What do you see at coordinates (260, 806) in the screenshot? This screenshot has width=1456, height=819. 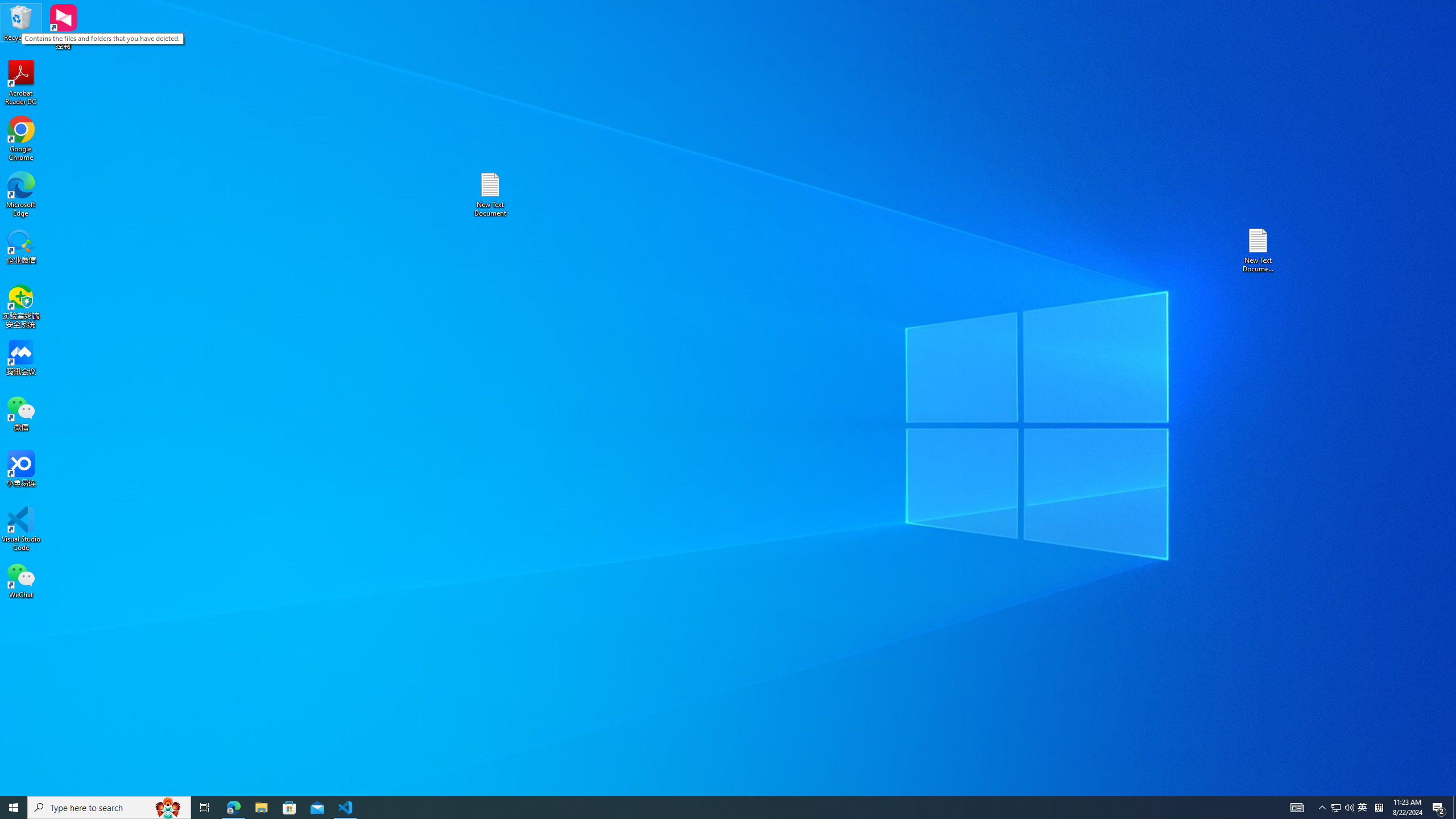 I see `'File Explorer'` at bounding box center [260, 806].